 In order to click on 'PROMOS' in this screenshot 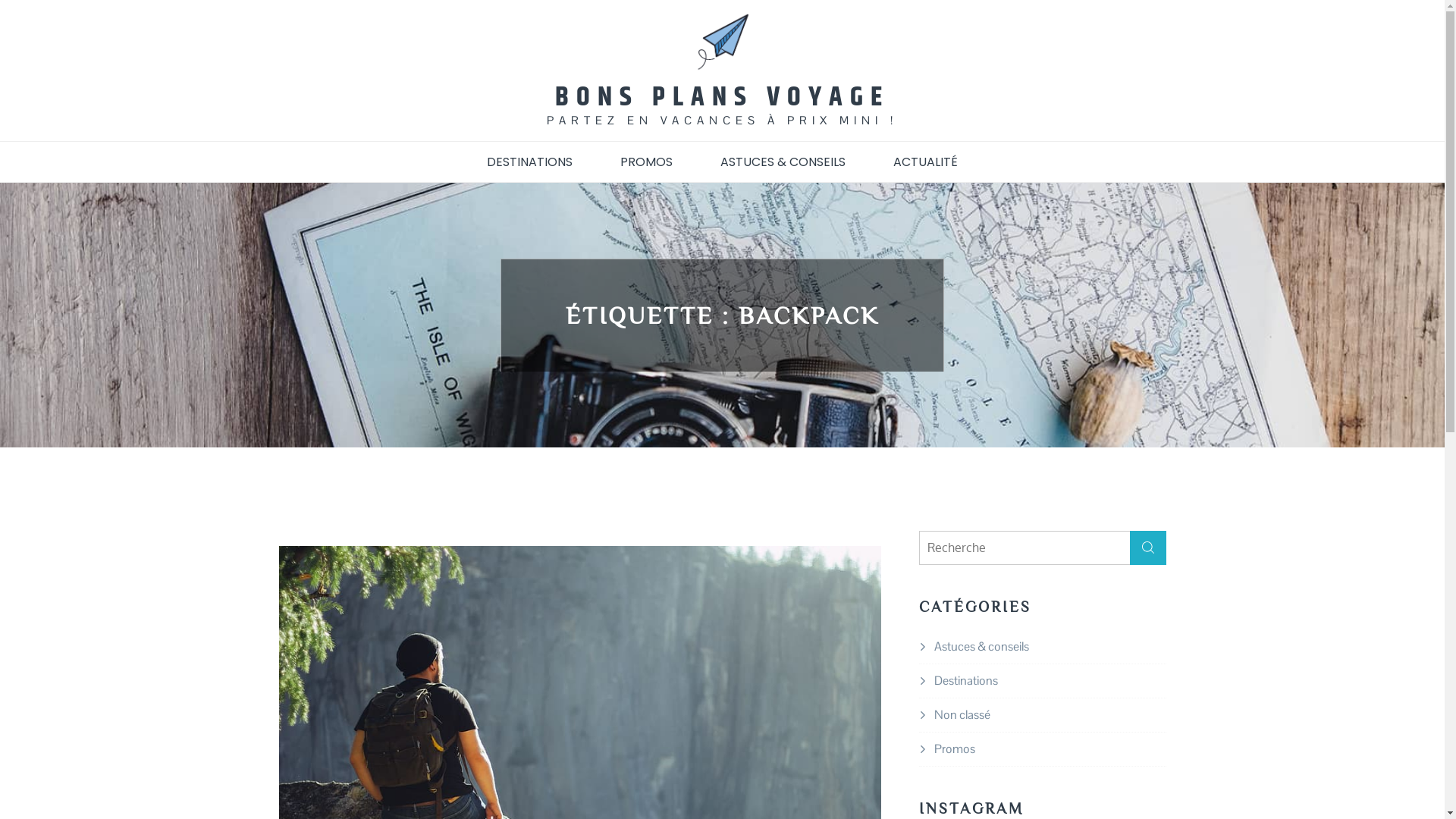, I will do `click(646, 161)`.